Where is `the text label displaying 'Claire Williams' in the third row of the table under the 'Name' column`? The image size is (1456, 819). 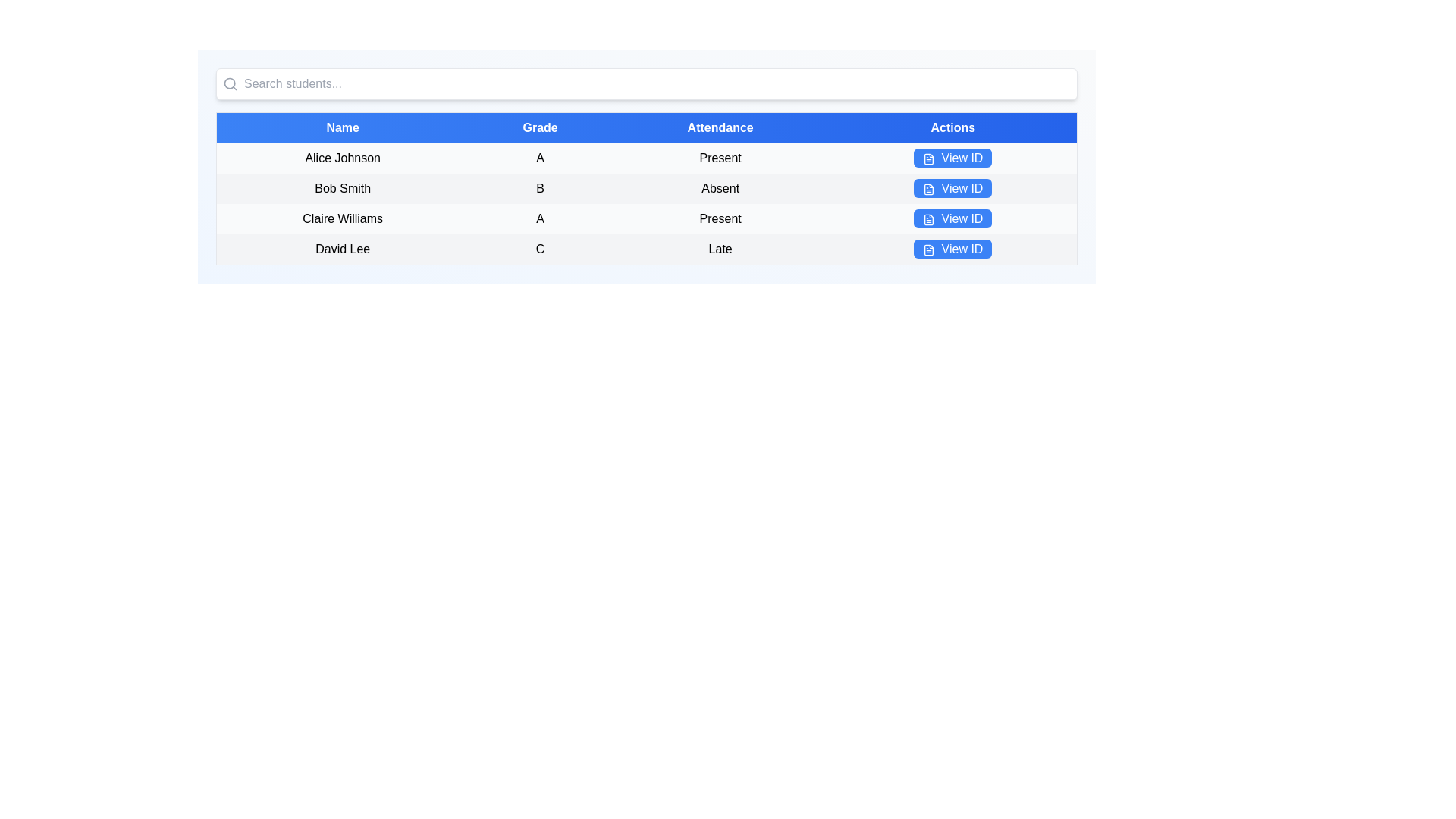 the text label displaying 'Claire Williams' in the third row of the table under the 'Name' column is located at coordinates (341, 219).